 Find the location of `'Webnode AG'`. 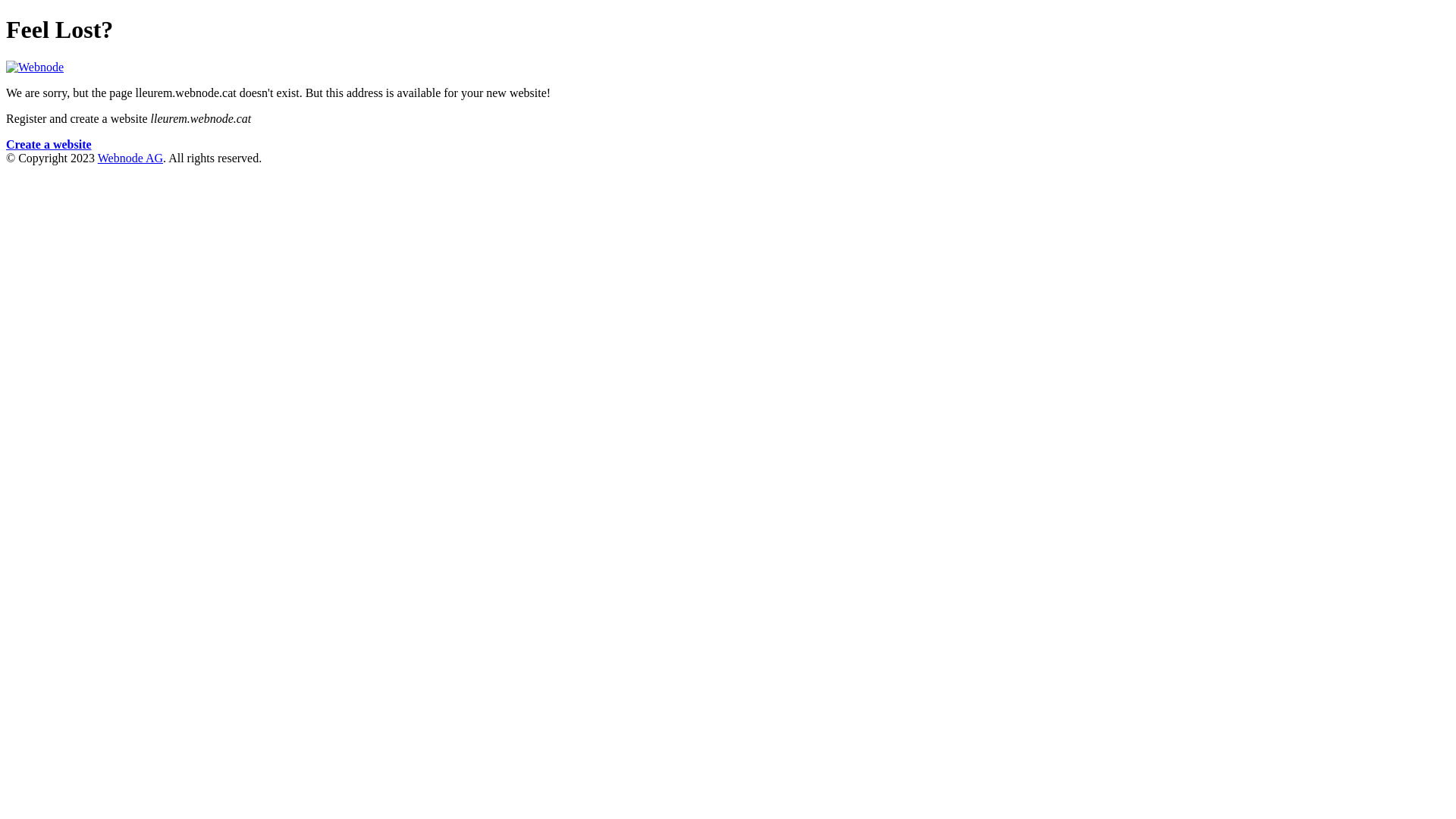

'Webnode AG' is located at coordinates (97, 158).